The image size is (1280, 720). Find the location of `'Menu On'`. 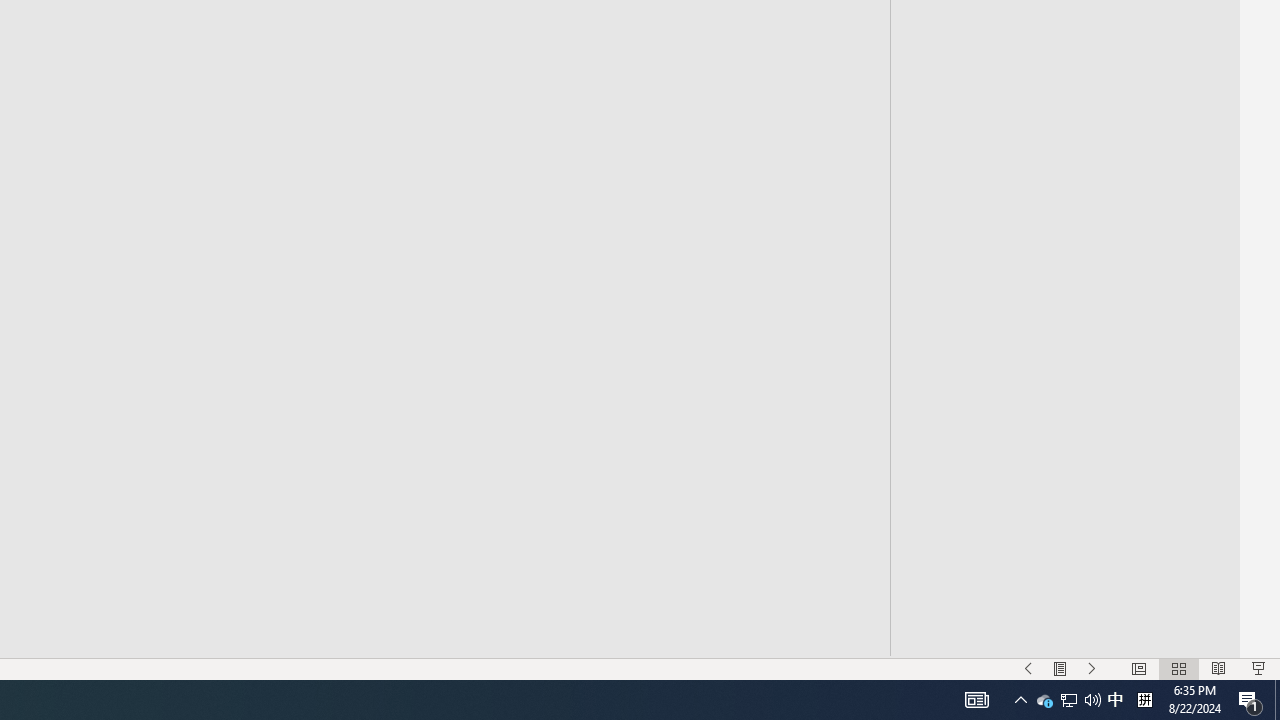

'Menu On' is located at coordinates (1059, 669).